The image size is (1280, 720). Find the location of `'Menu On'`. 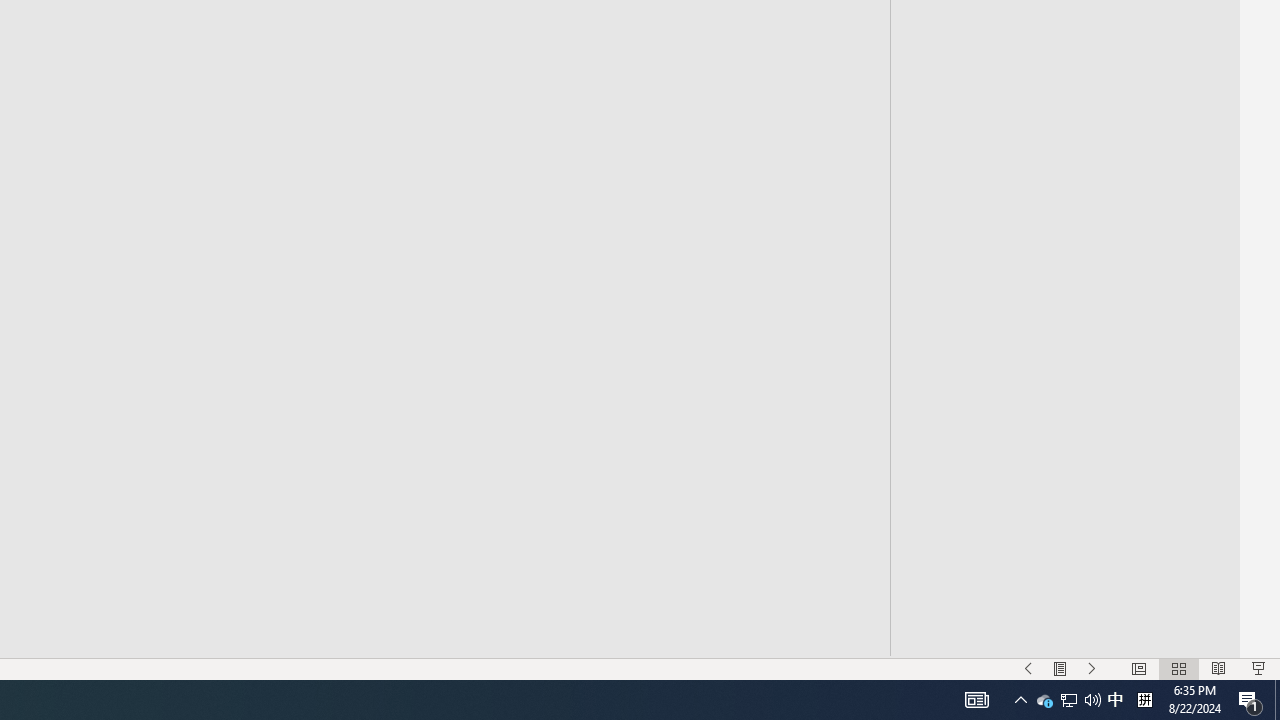

'Menu On' is located at coordinates (1059, 669).